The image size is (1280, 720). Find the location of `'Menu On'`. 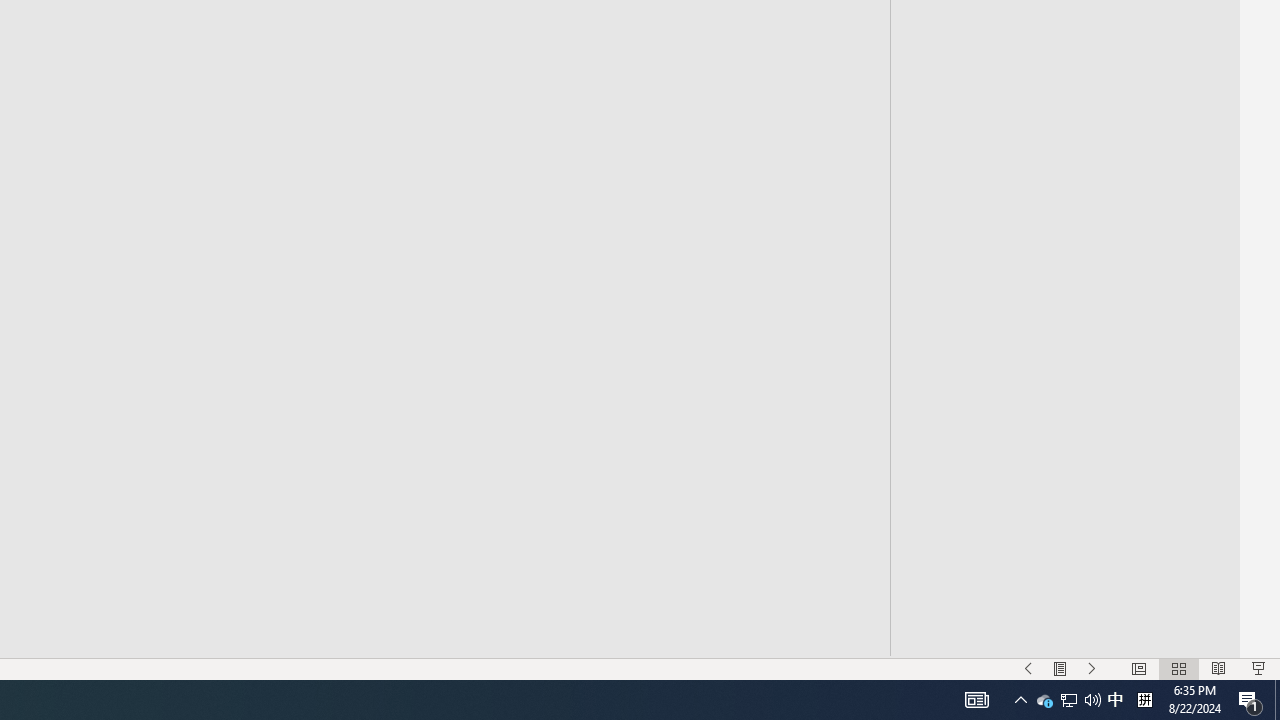

'Menu On' is located at coordinates (1059, 669).